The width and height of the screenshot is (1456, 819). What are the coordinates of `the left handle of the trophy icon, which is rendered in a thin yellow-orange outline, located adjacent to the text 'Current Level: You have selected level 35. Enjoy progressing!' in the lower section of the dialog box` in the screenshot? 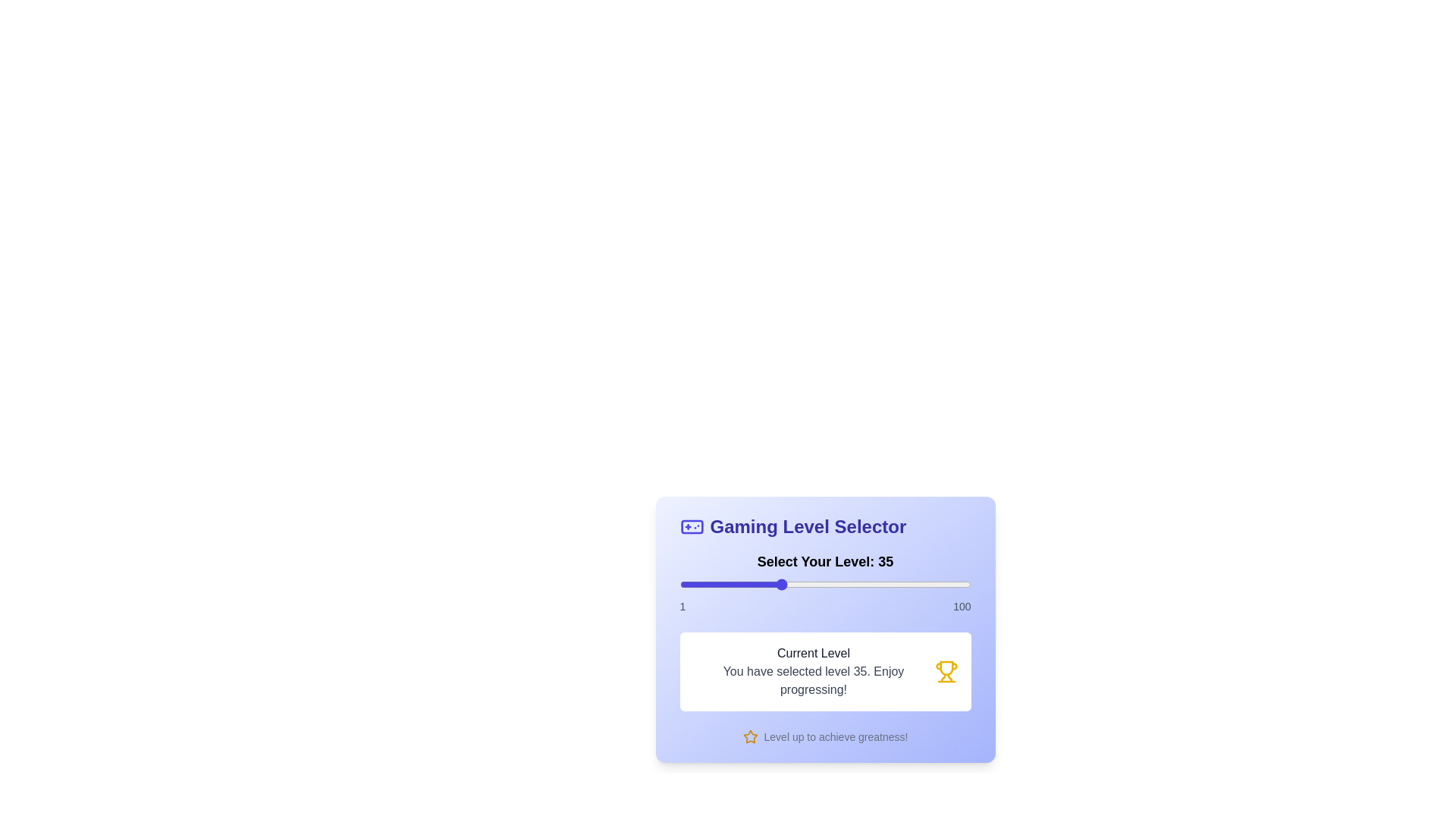 It's located at (943, 677).